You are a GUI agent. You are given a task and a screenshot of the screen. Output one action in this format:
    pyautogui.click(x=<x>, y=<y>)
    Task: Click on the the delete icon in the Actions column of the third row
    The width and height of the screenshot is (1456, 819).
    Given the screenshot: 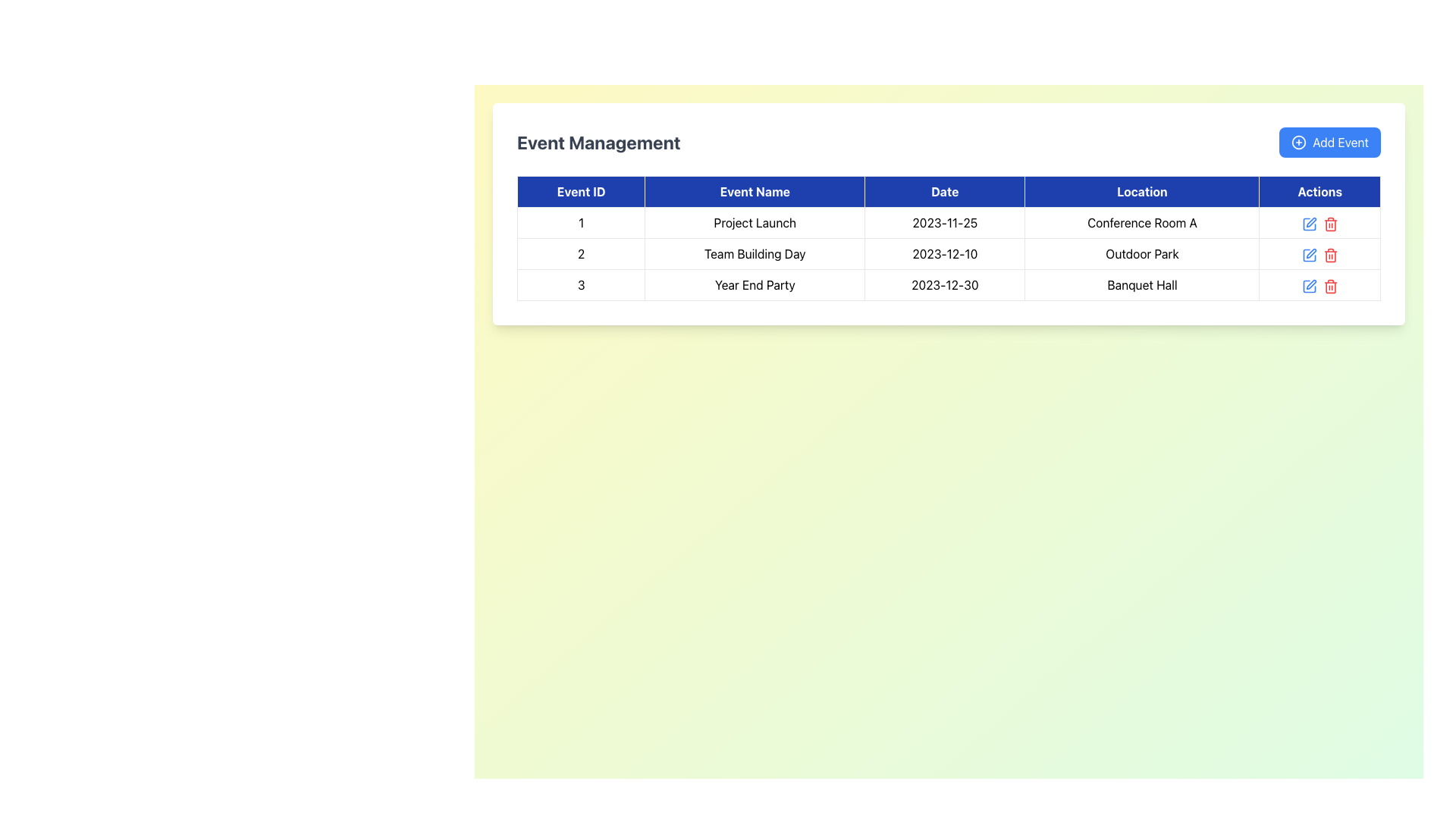 What is the action you would take?
    pyautogui.click(x=1329, y=222)
    